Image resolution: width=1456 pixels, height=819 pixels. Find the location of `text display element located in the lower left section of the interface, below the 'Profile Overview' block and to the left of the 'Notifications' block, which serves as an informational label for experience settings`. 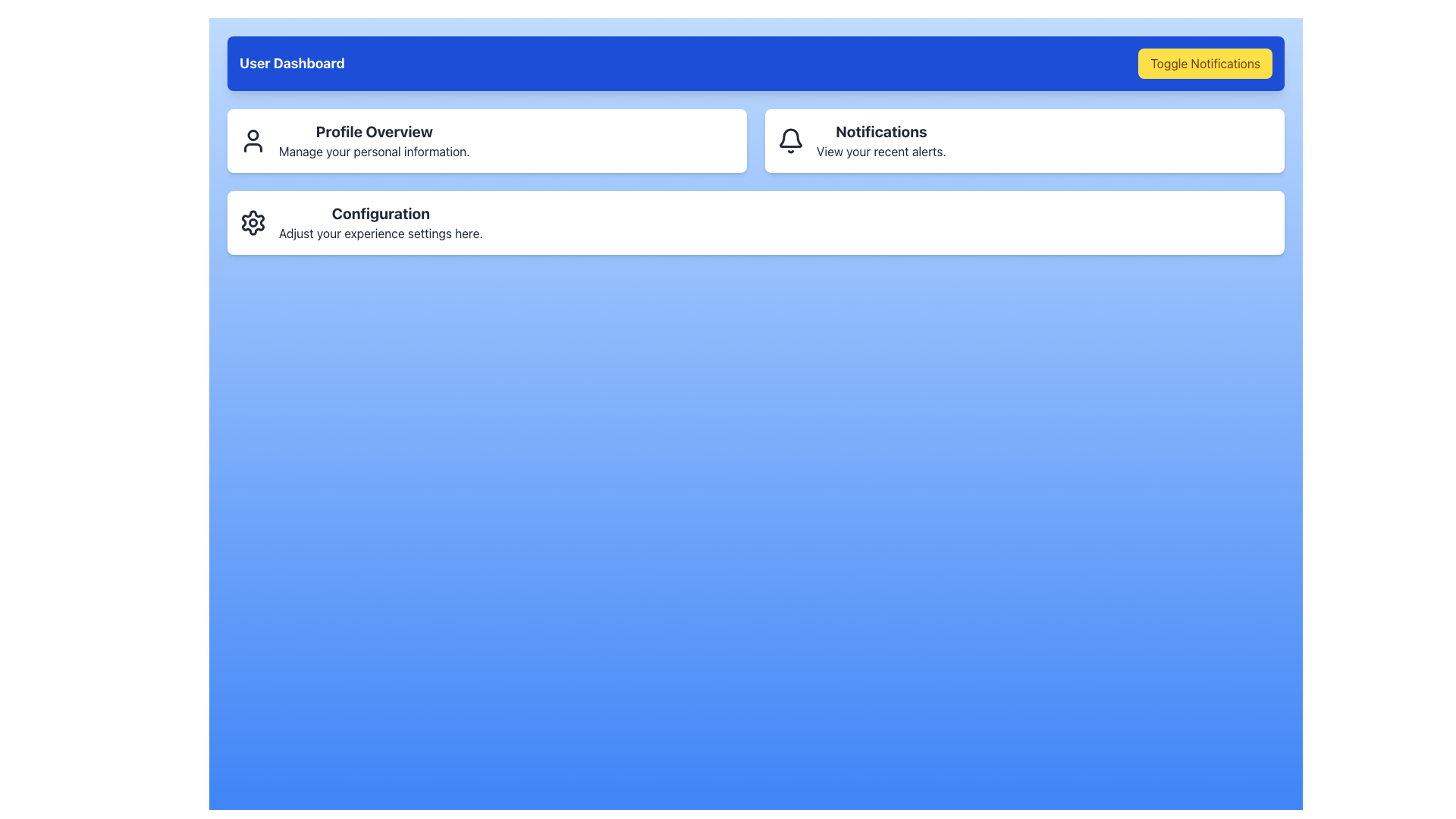

text display element located in the lower left section of the interface, below the 'Profile Overview' block and to the left of the 'Notifications' block, which serves as an informational label for experience settings is located at coordinates (381, 222).